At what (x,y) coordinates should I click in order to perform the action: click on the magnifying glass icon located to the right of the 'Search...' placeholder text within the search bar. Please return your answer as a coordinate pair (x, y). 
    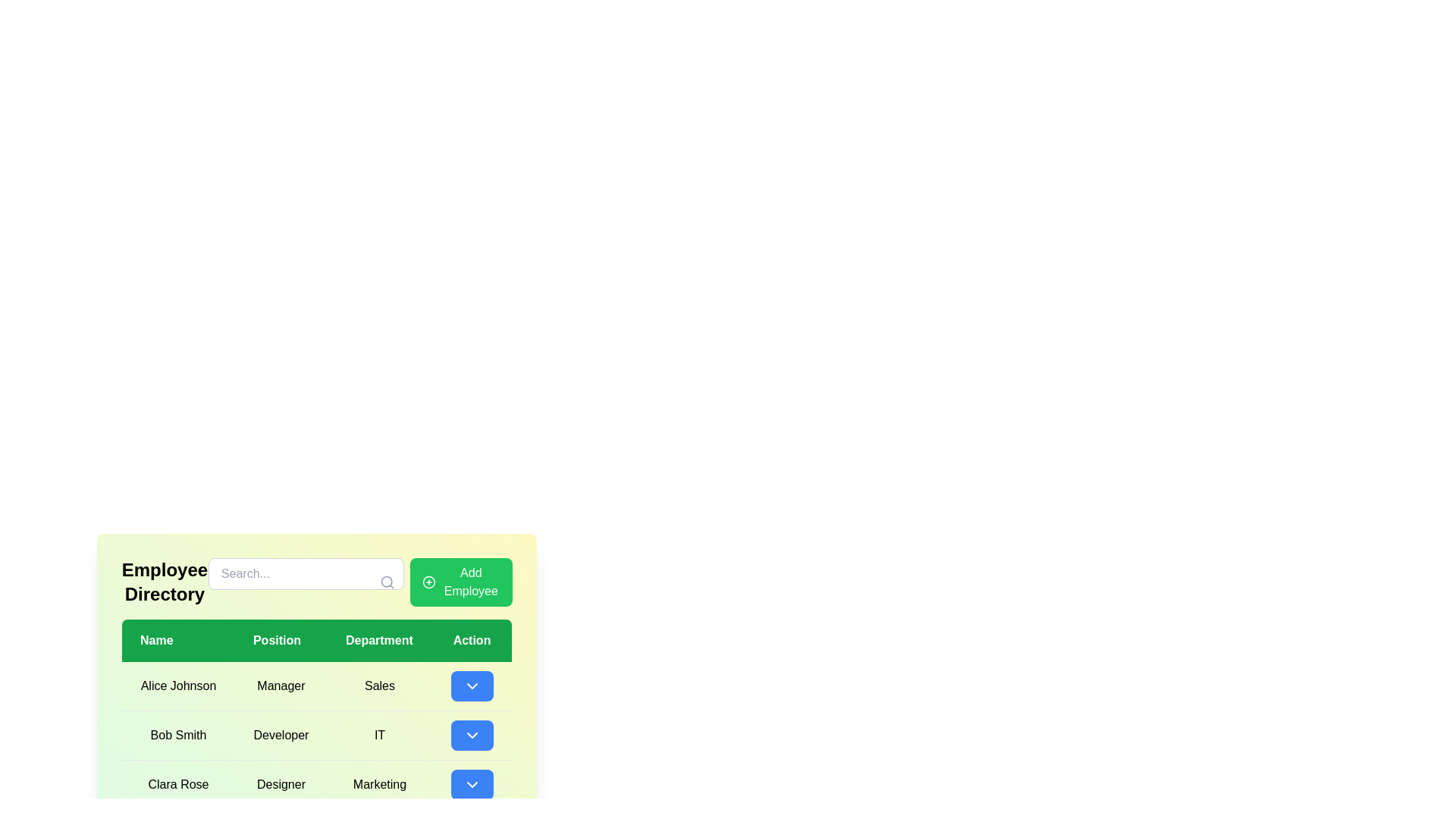
    Looking at the image, I should click on (387, 581).